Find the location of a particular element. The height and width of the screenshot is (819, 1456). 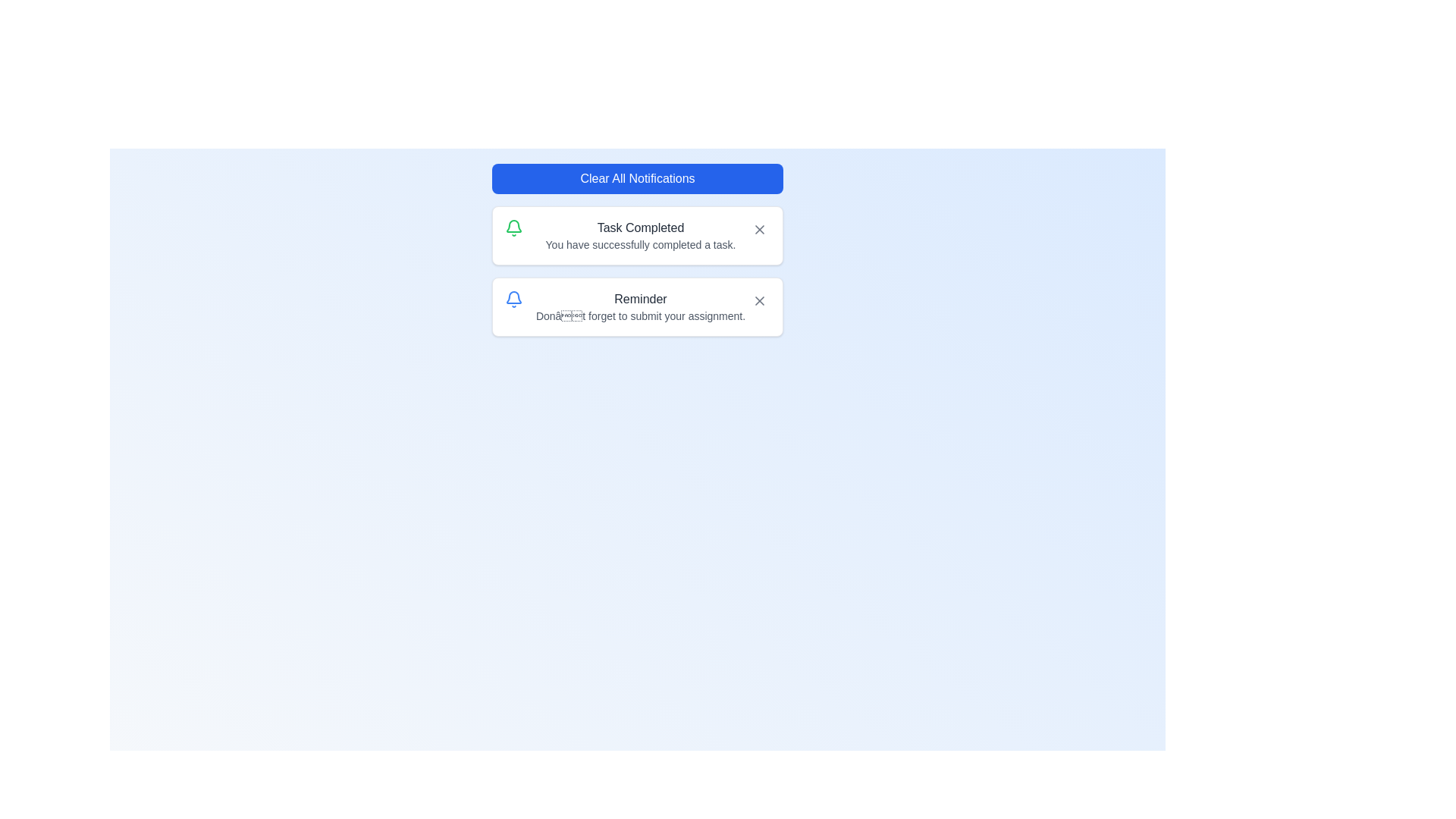

the close button located at the top right corner of the notification card is located at coordinates (760, 230).